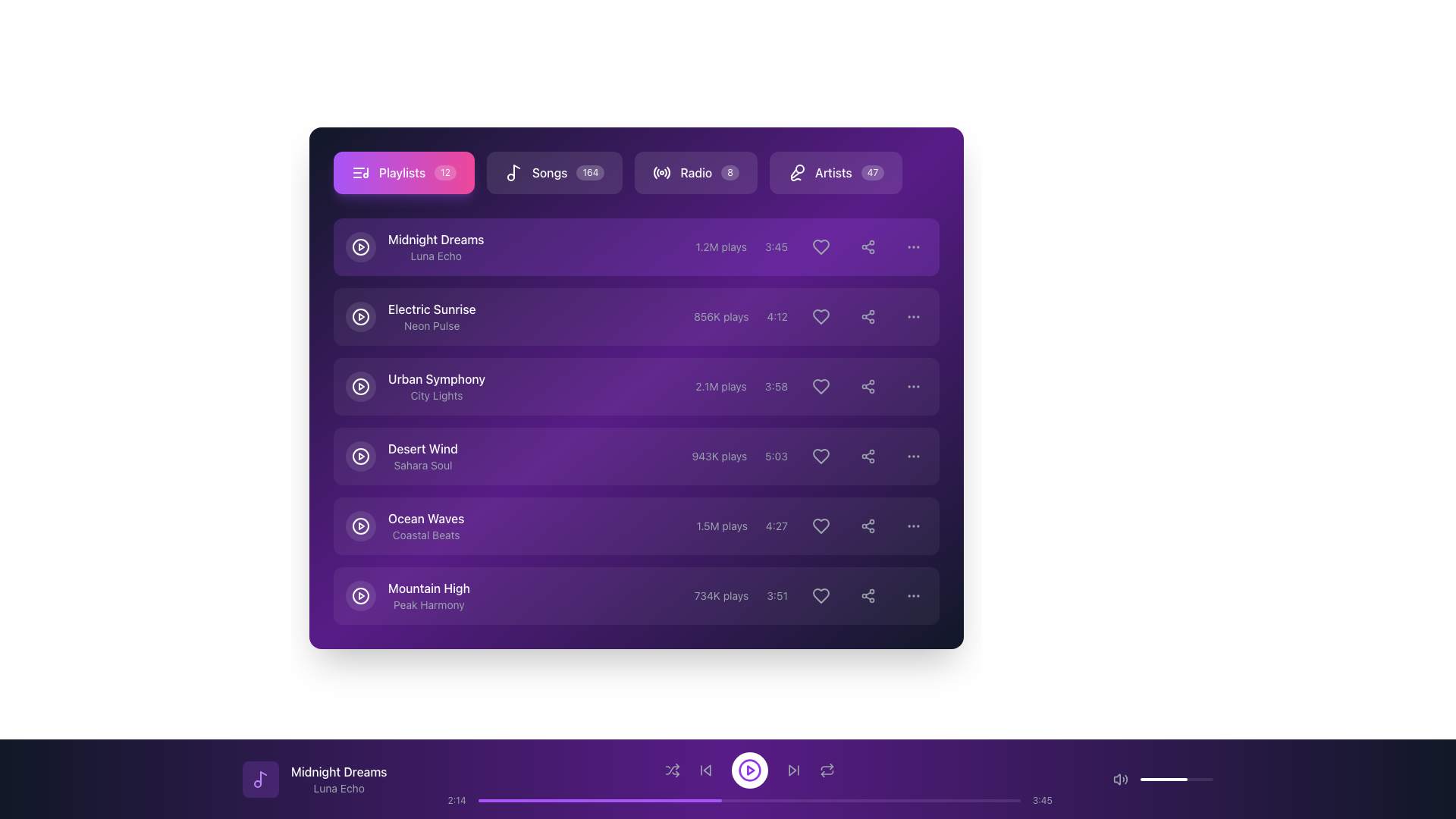 This screenshot has width=1456, height=819. Describe the element at coordinates (821, 246) in the screenshot. I see `the heart-shaped icon button outlined in white, located to the right of the '3:45' time label for the song 'Midnight Dreams', to mark it as favorite` at that location.